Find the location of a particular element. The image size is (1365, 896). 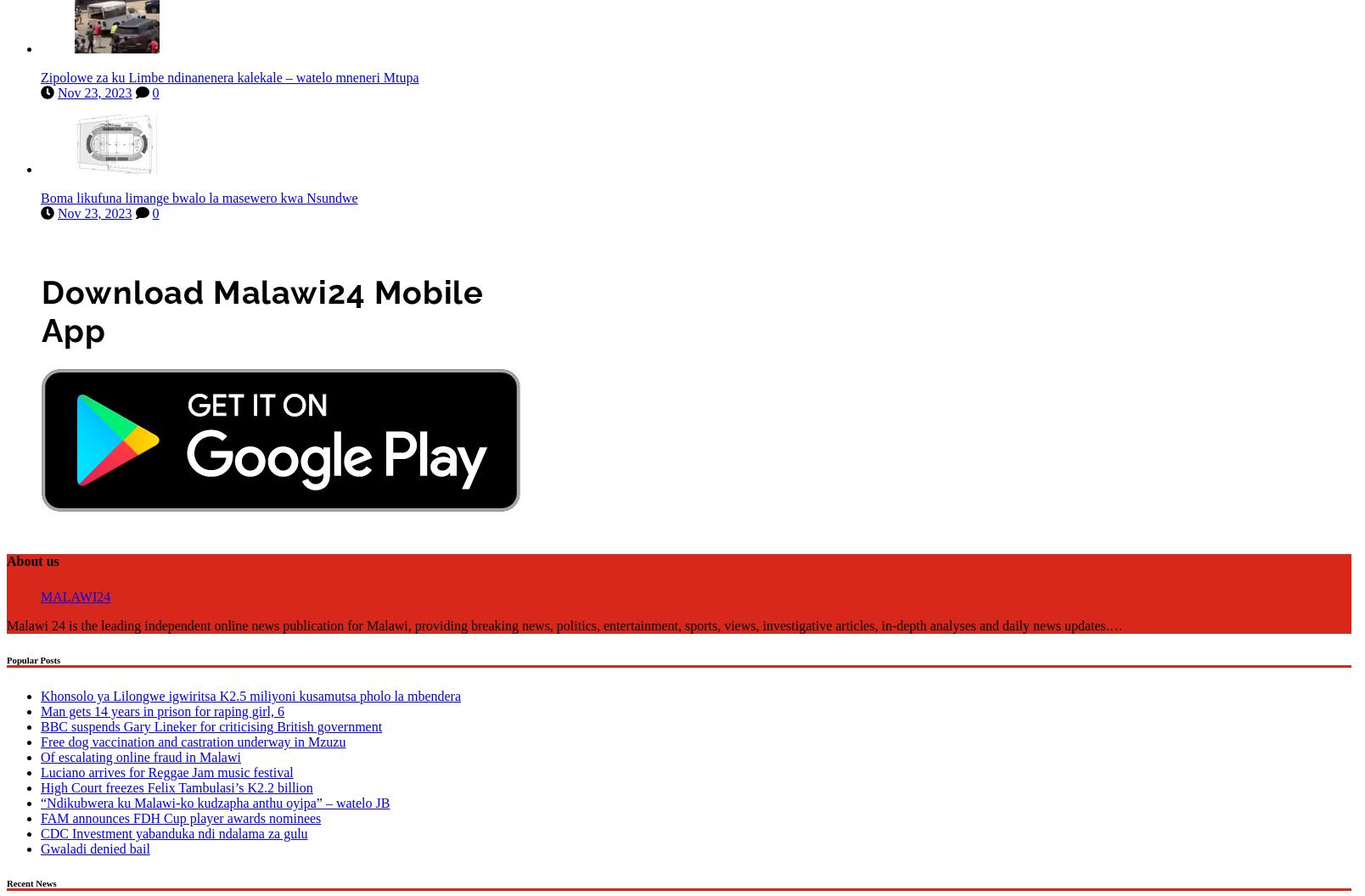

'Of escalating online fraud in Malawi' is located at coordinates (139, 753).